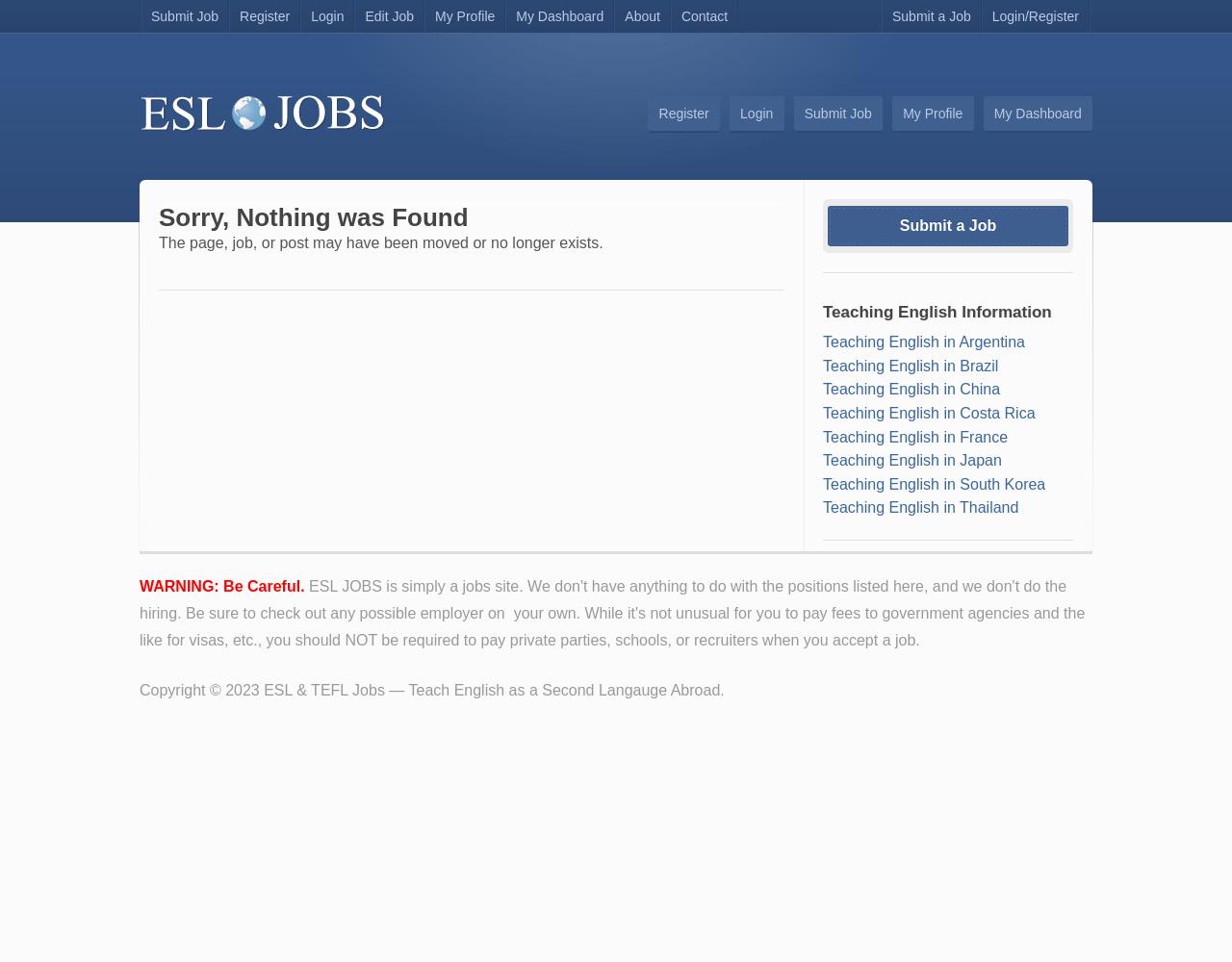 The height and width of the screenshot is (962, 1232). I want to click on 'Teaching English in Brazil', so click(910, 365).